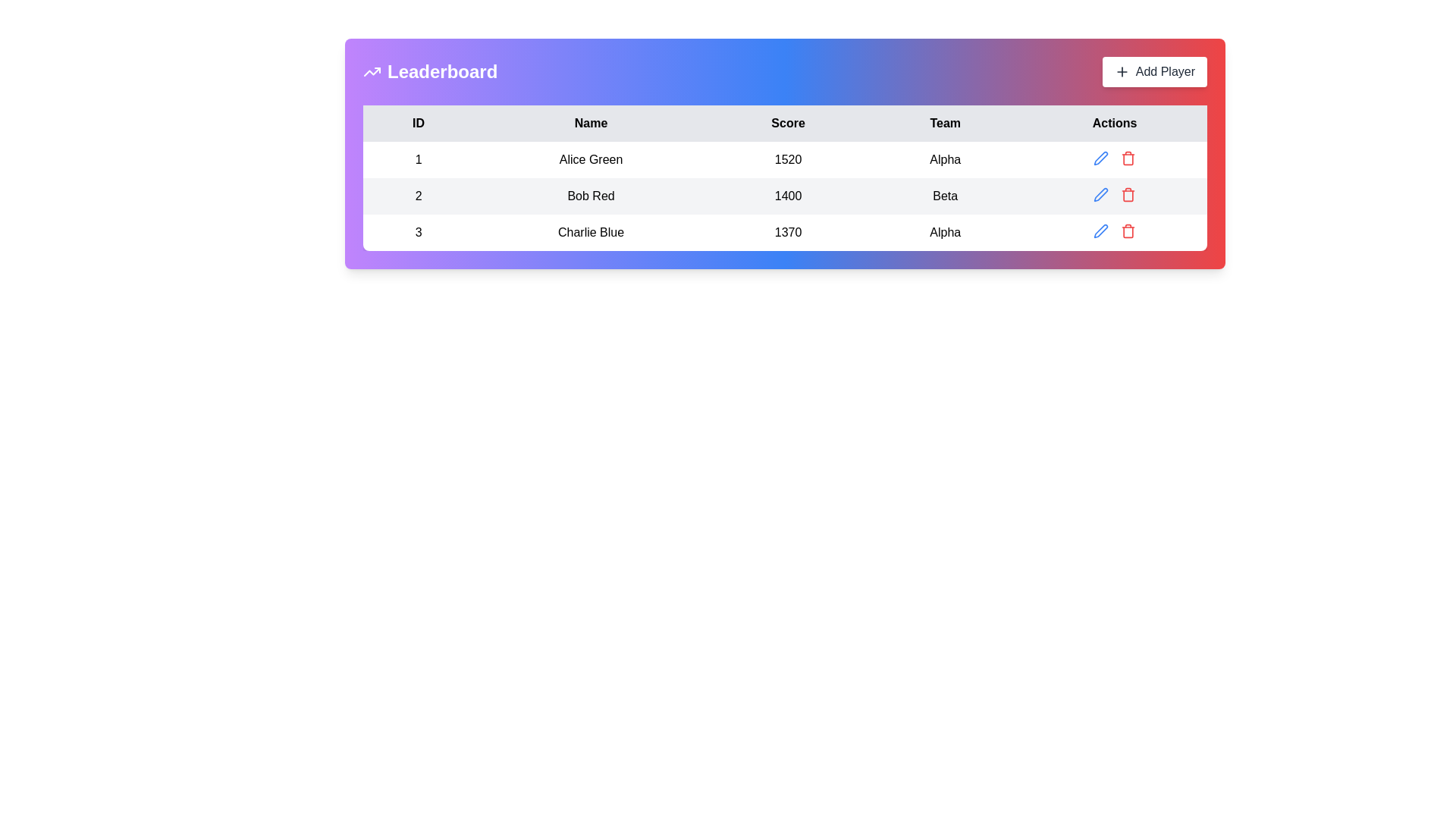  I want to click on the bold number '2' in the first column of the second row of the leaderboard table, so click(419, 195).